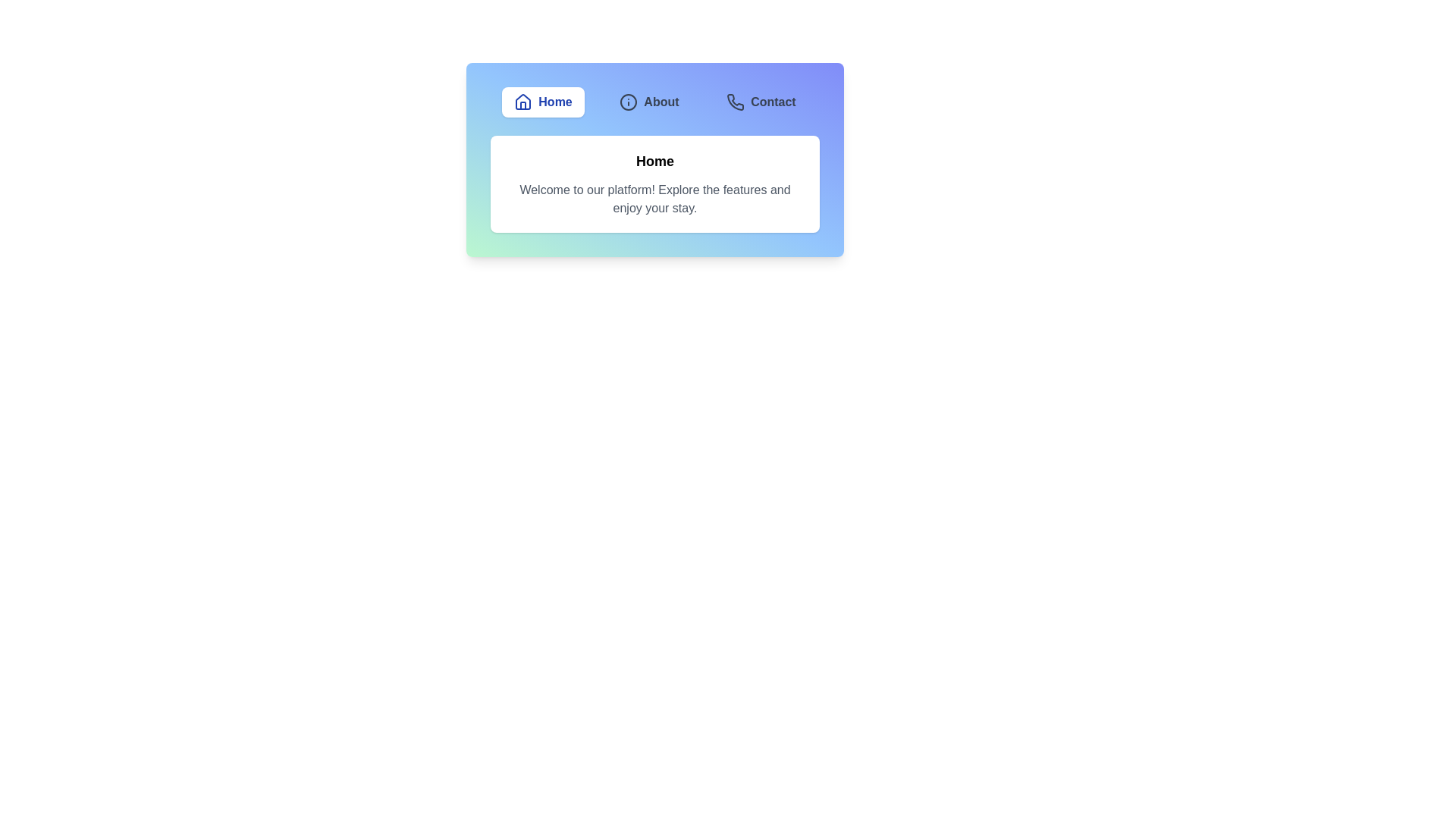 This screenshot has width=1456, height=819. I want to click on the Contact tab to navigate to it, so click(761, 102).